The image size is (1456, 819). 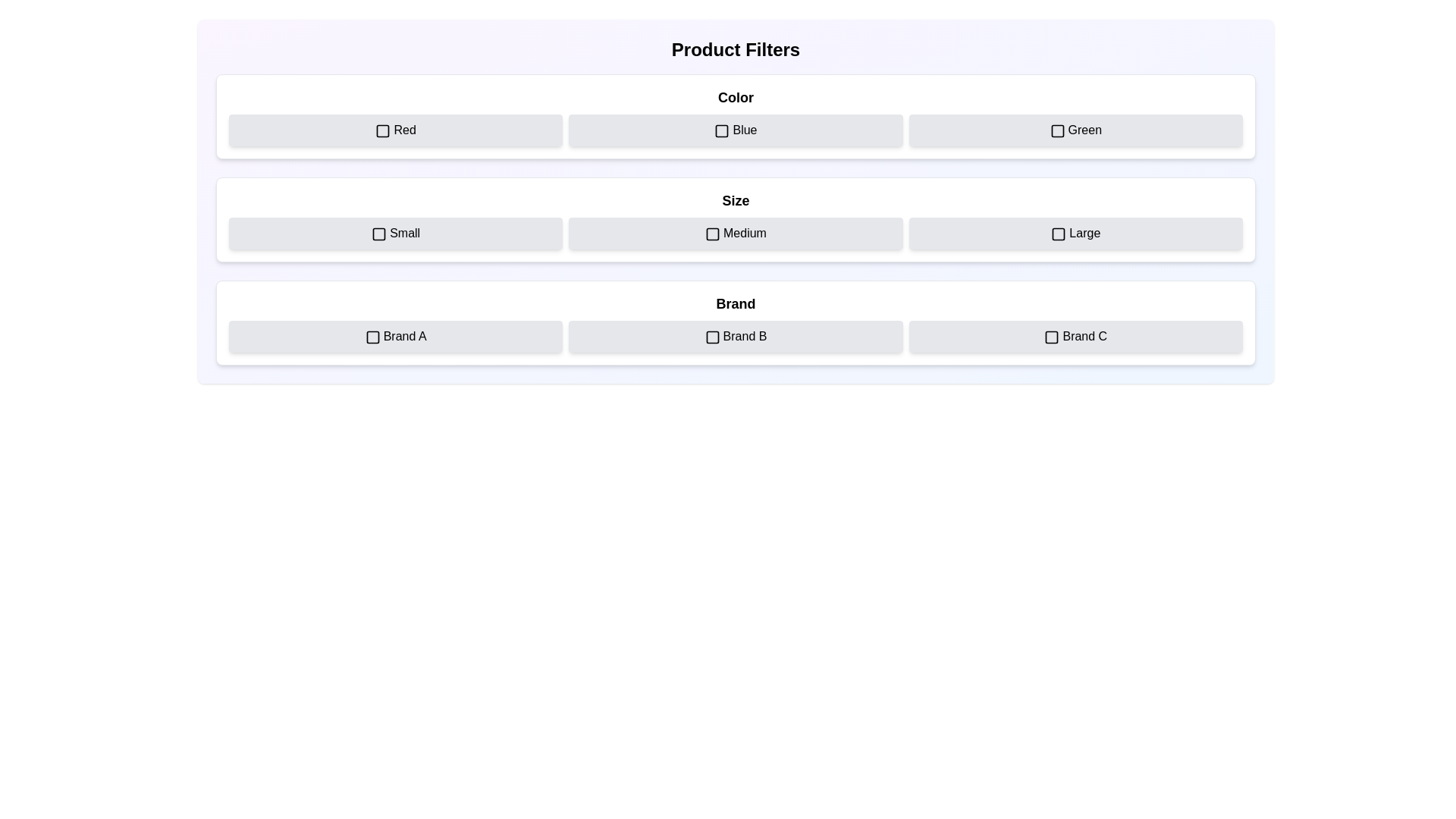 What do you see at coordinates (1075, 335) in the screenshot?
I see `the 'Brand C' filter button with a checkbox, which is a light gray rectangular button with rounded corners located in the 'Brand' section` at bounding box center [1075, 335].